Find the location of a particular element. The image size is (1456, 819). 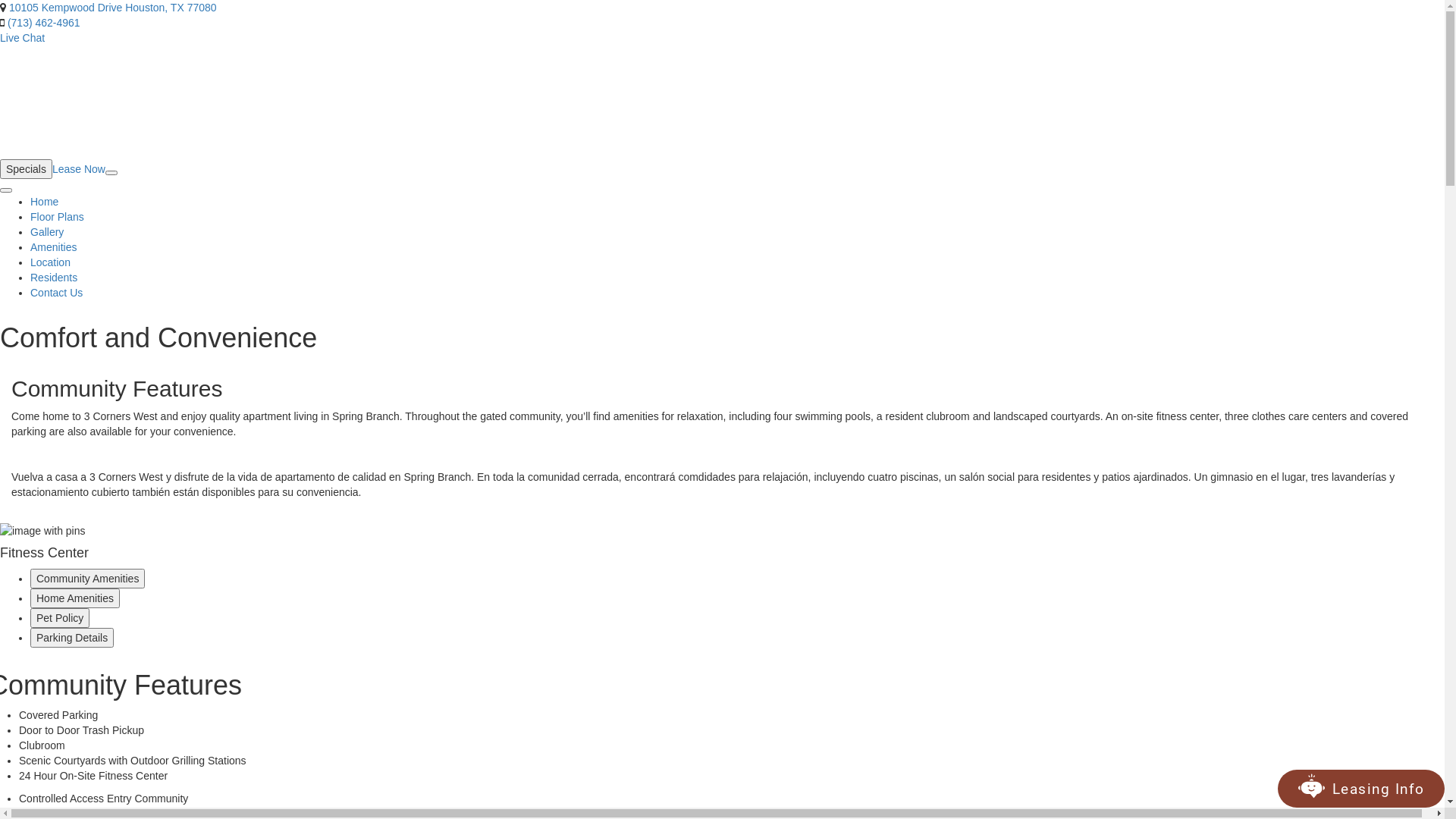

'Home Amenities' is located at coordinates (74, 598).